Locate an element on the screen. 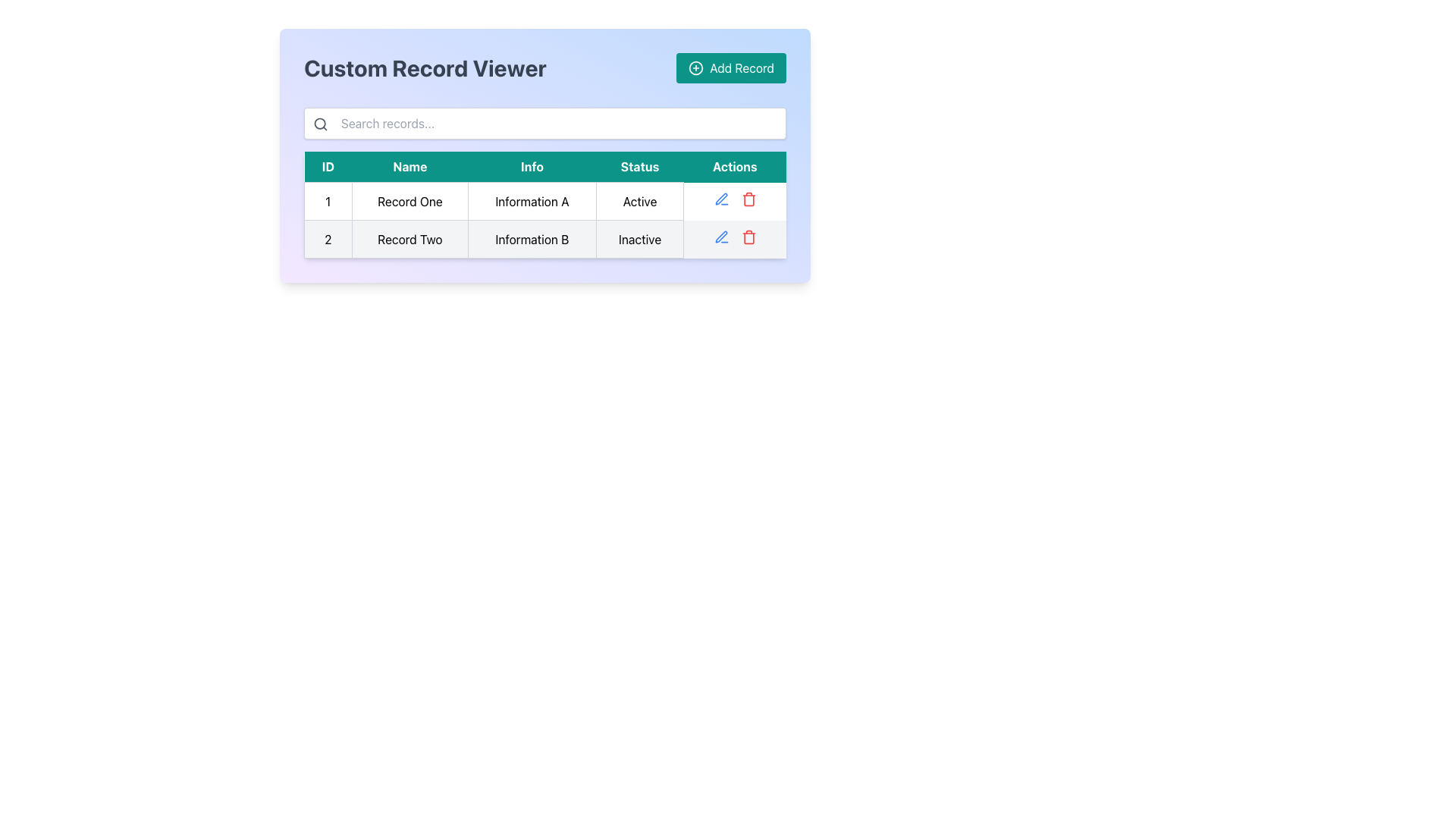 The width and height of the screenshot is (1456, 819). the 'Actions' header label, which is the last header in the table and is displayed in bold, white, capitalized font on a green background is located at coordinates (735, 167).